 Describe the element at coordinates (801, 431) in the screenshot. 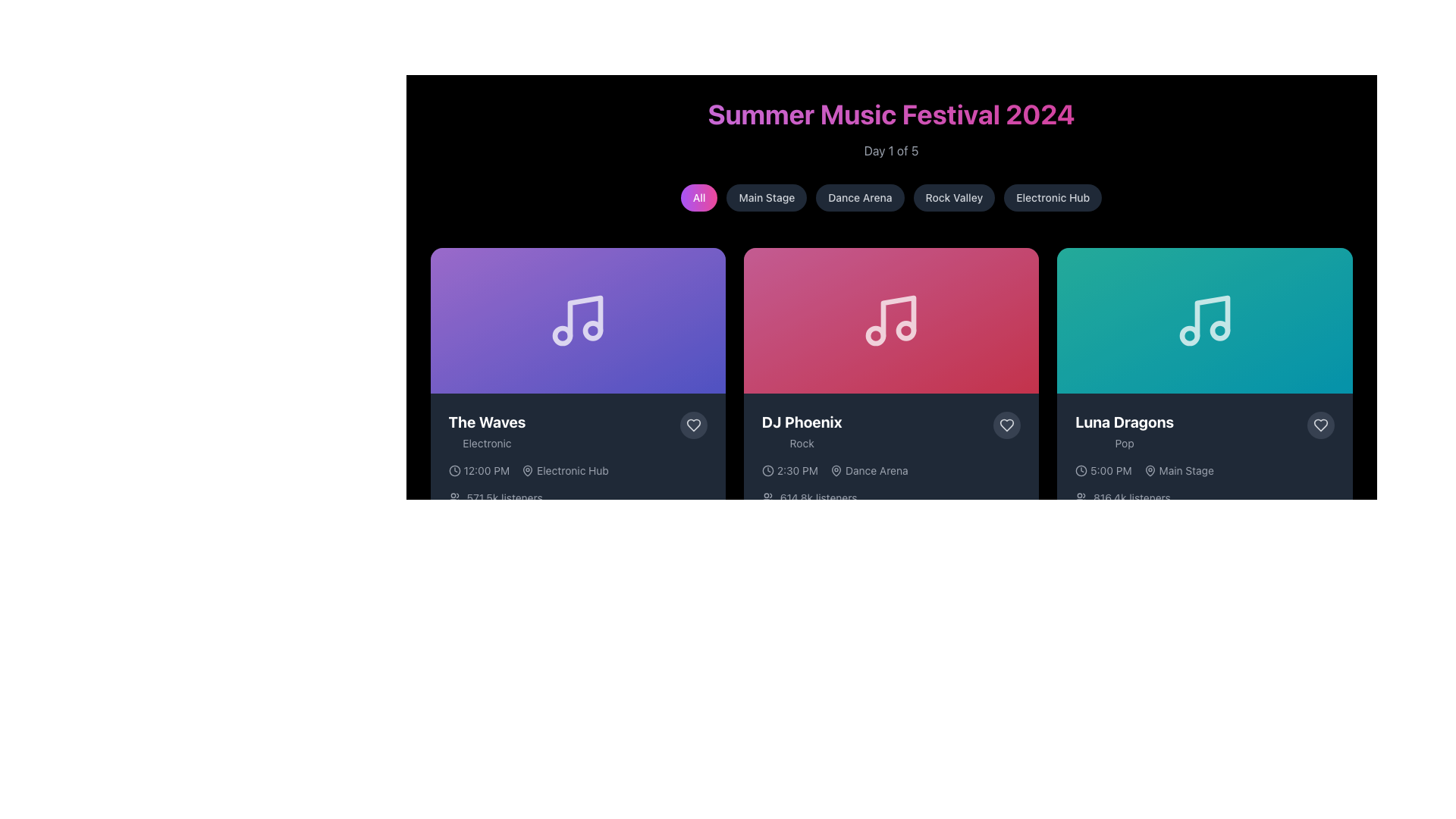

I see `text label displaying the title 'DJ Phoenix' and the subtitle 'Rock' located in the second card of the horizontally aligned grid` at that location.